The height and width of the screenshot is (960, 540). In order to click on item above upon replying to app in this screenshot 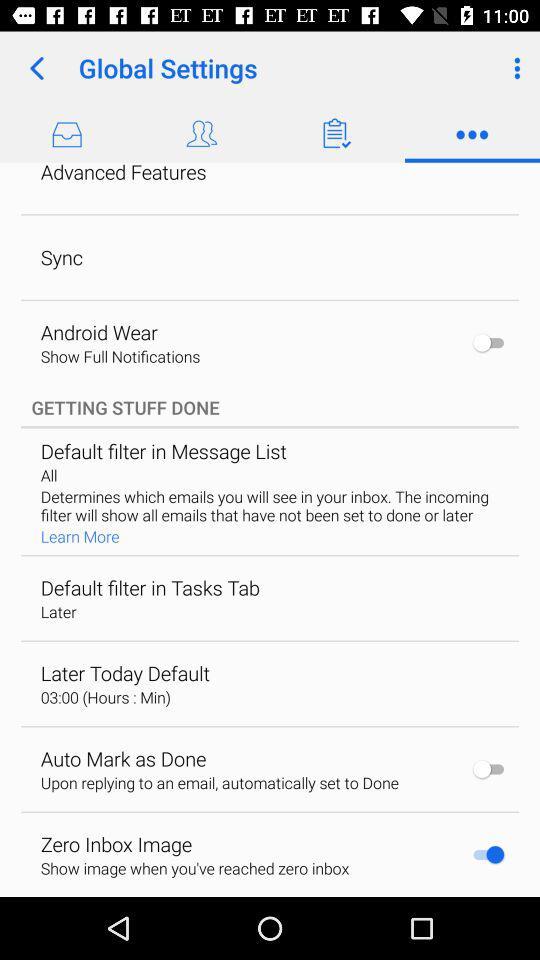, I will do `click(123, 757)`.